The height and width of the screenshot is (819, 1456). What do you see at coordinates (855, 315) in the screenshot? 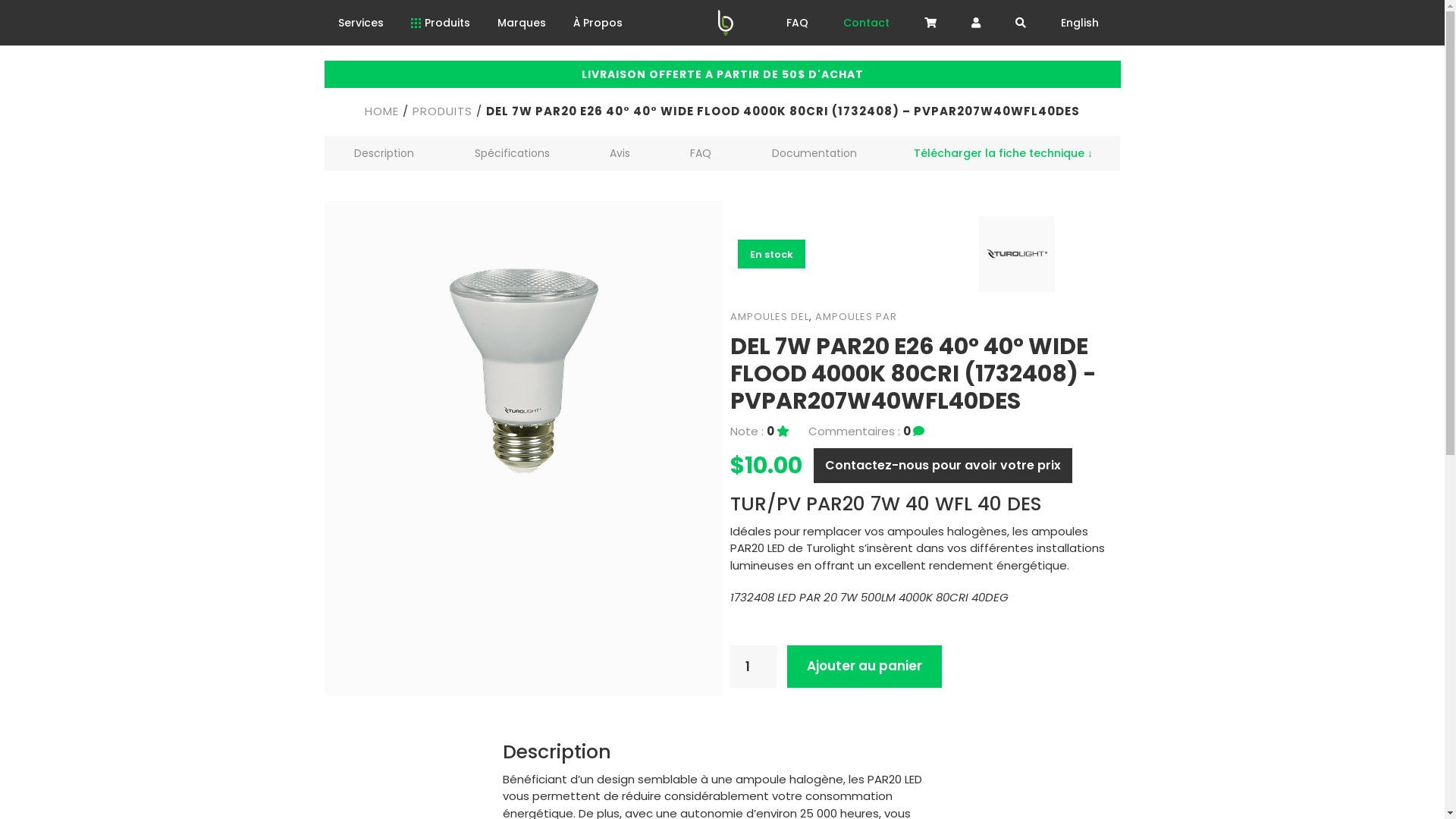
I see `'AMPOULES PAR'` at bounding box center [855, 315].